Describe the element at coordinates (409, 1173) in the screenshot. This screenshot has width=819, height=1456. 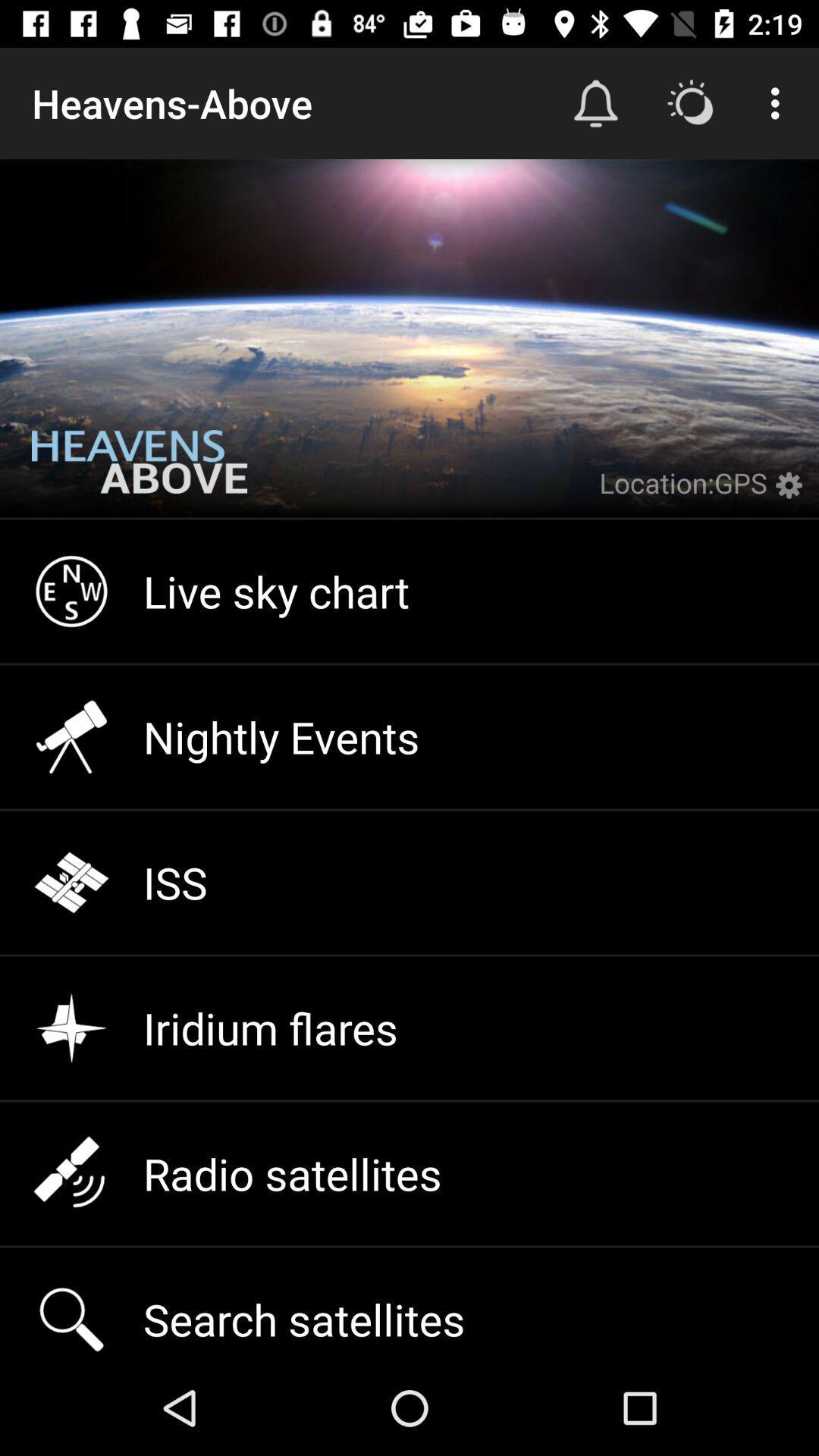
I see `the radio satellites icon` at that location.